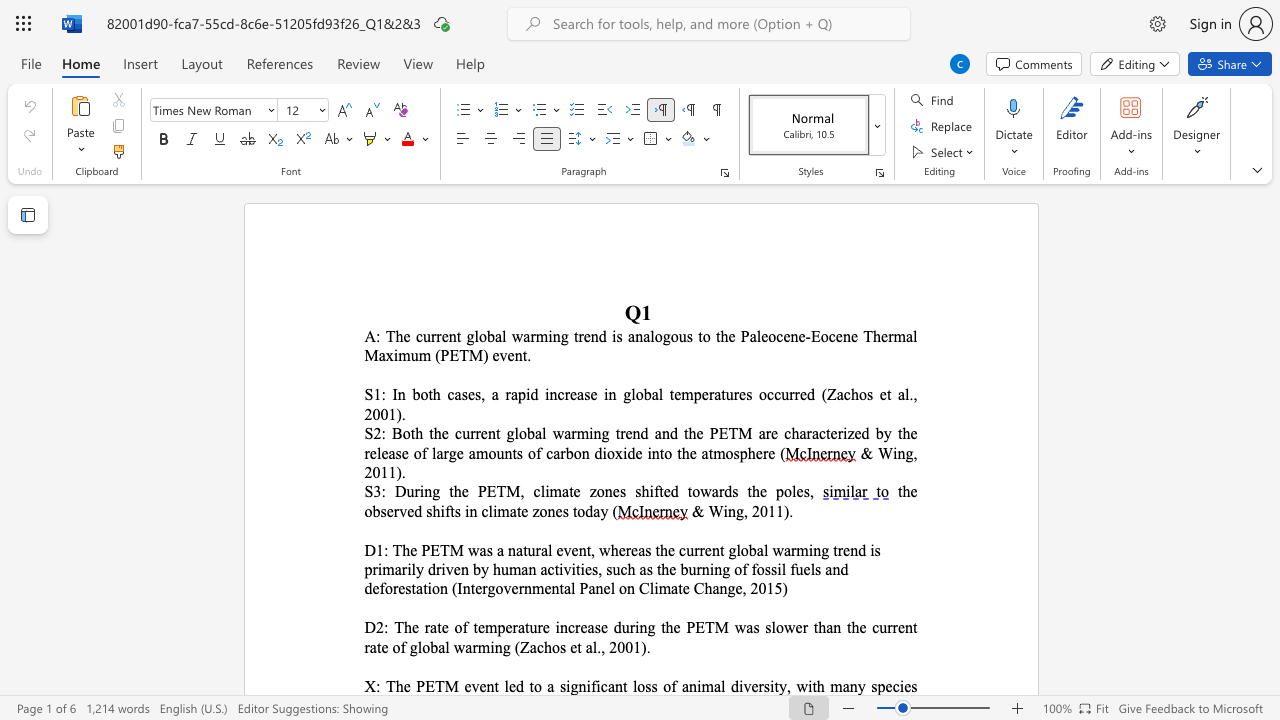  I want to click on the space between the continuous character "t" and "u" in the text, so click(725, 394).